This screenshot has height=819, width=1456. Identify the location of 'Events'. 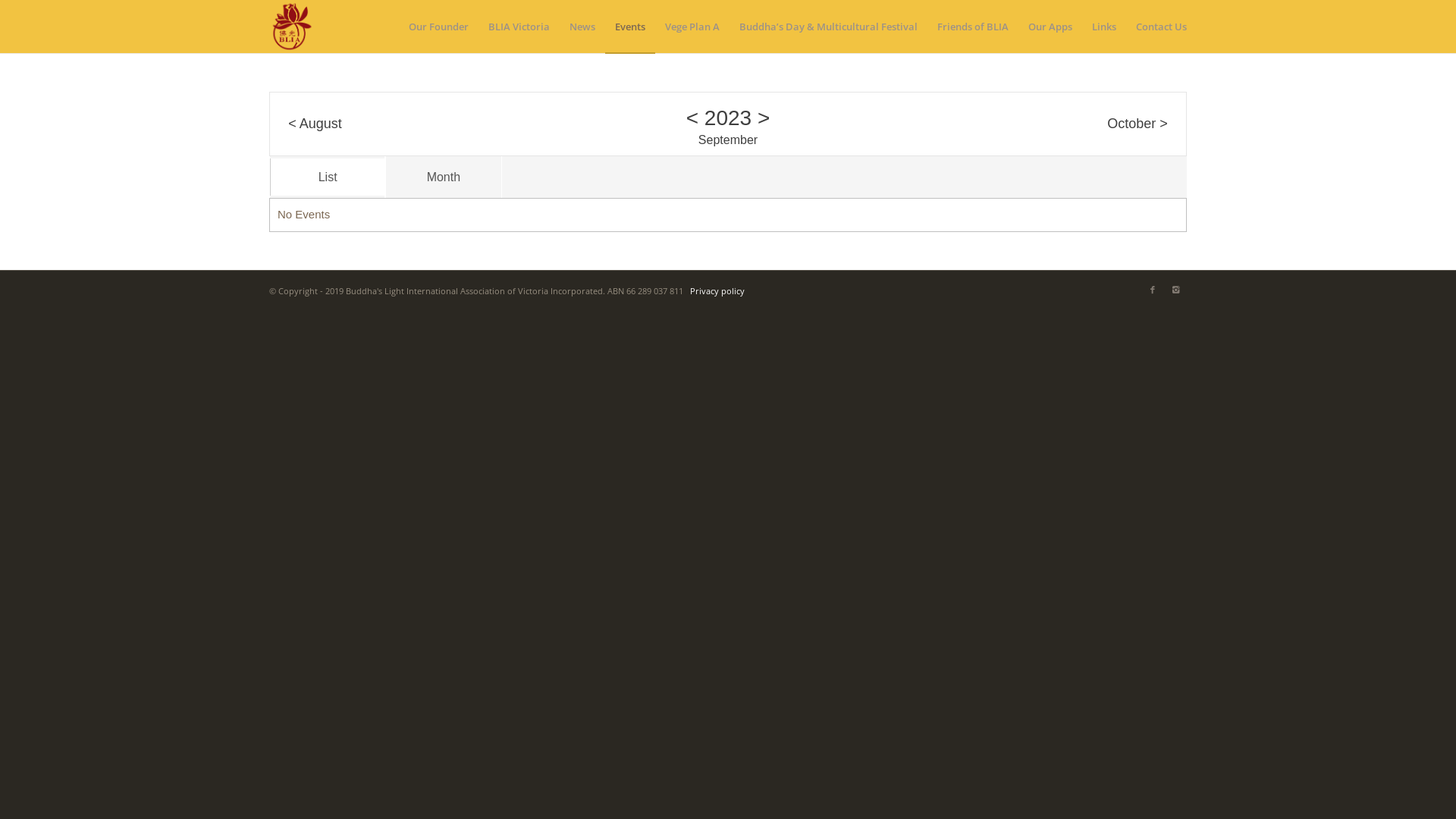
(629, 26).